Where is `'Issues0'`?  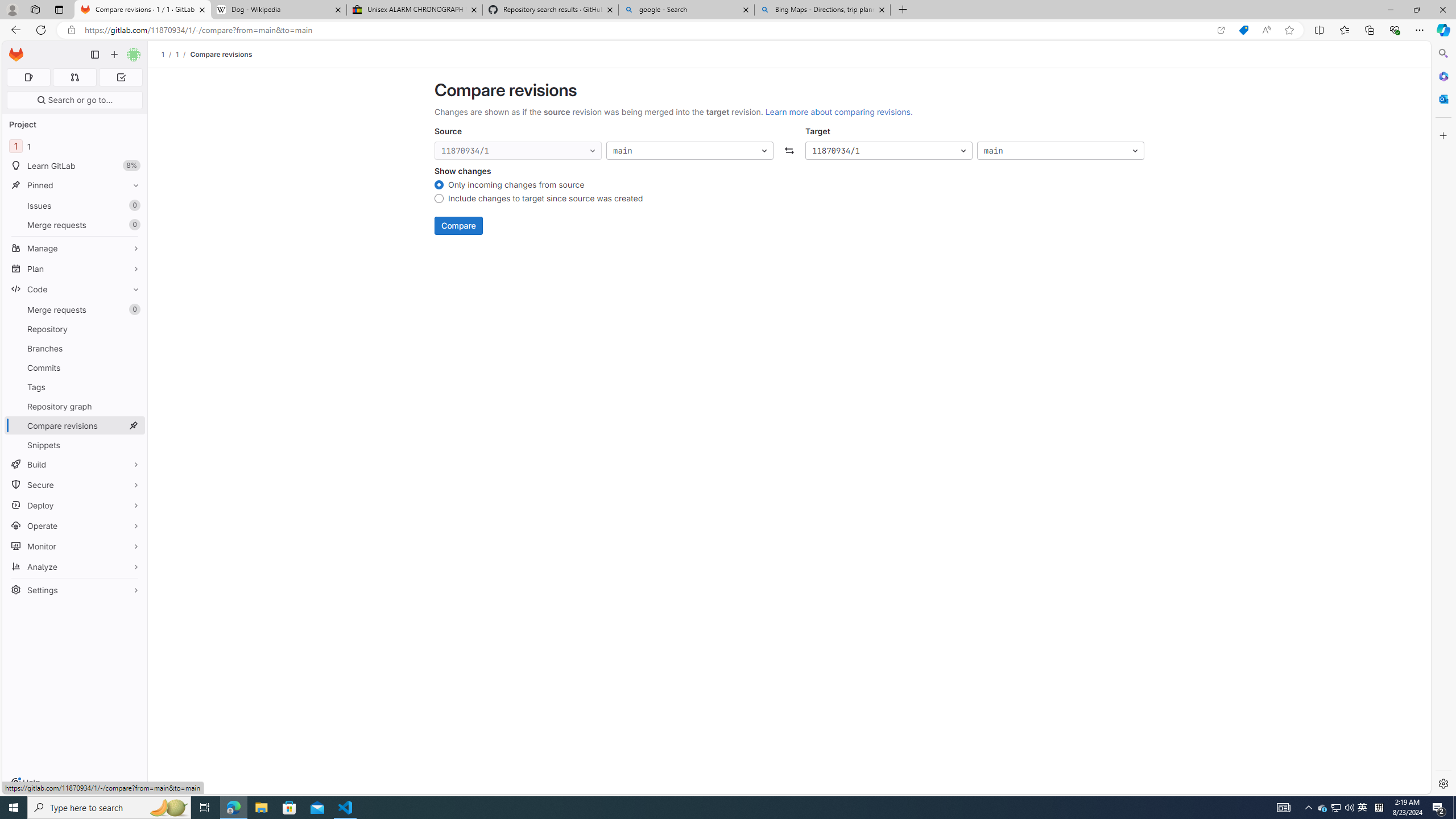
'Issues0' is located at coordinates (74, 205).